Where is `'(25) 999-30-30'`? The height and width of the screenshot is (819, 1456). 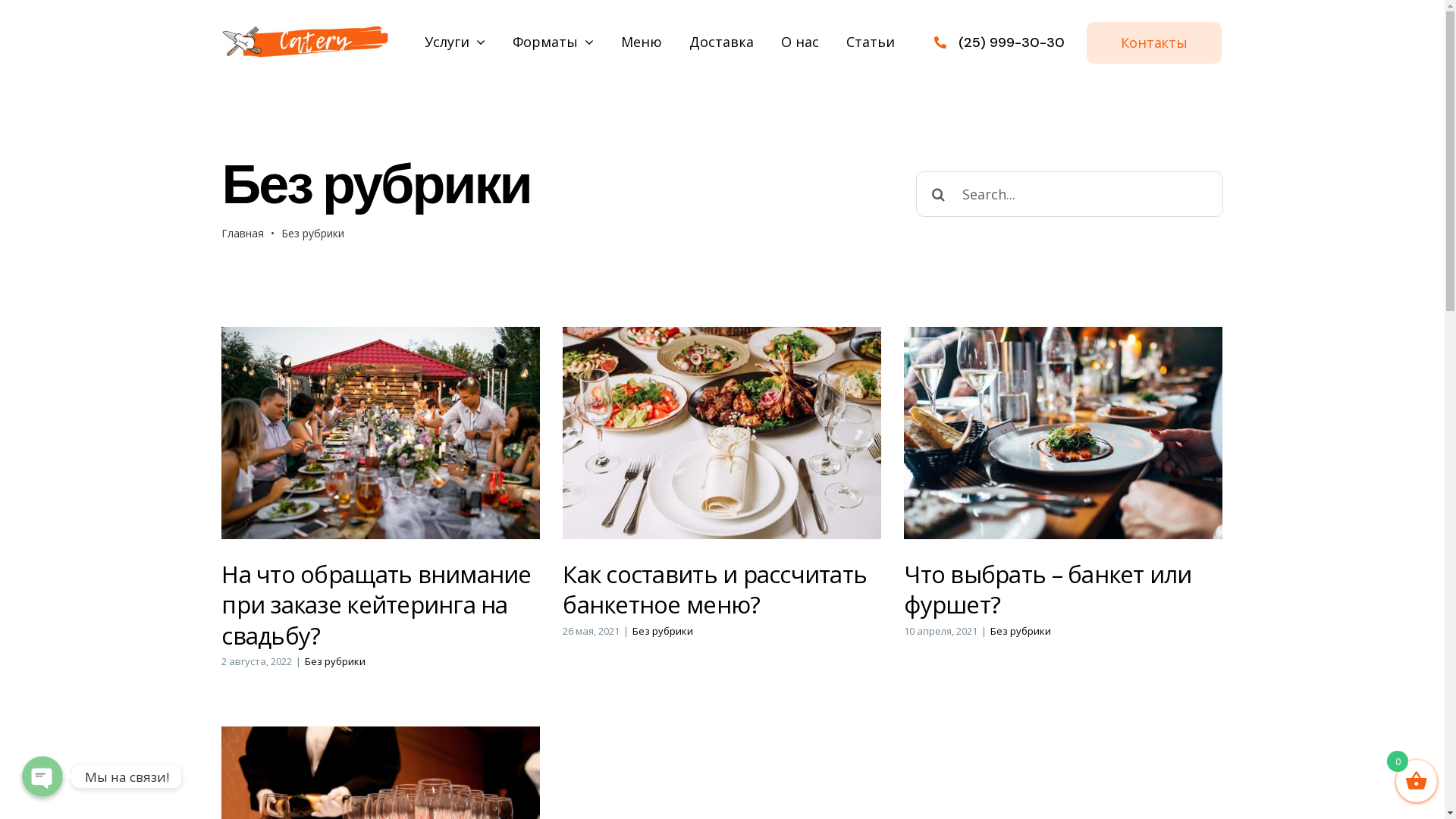 '(25) 999-30-30' is located at coordinates (1012, 42).